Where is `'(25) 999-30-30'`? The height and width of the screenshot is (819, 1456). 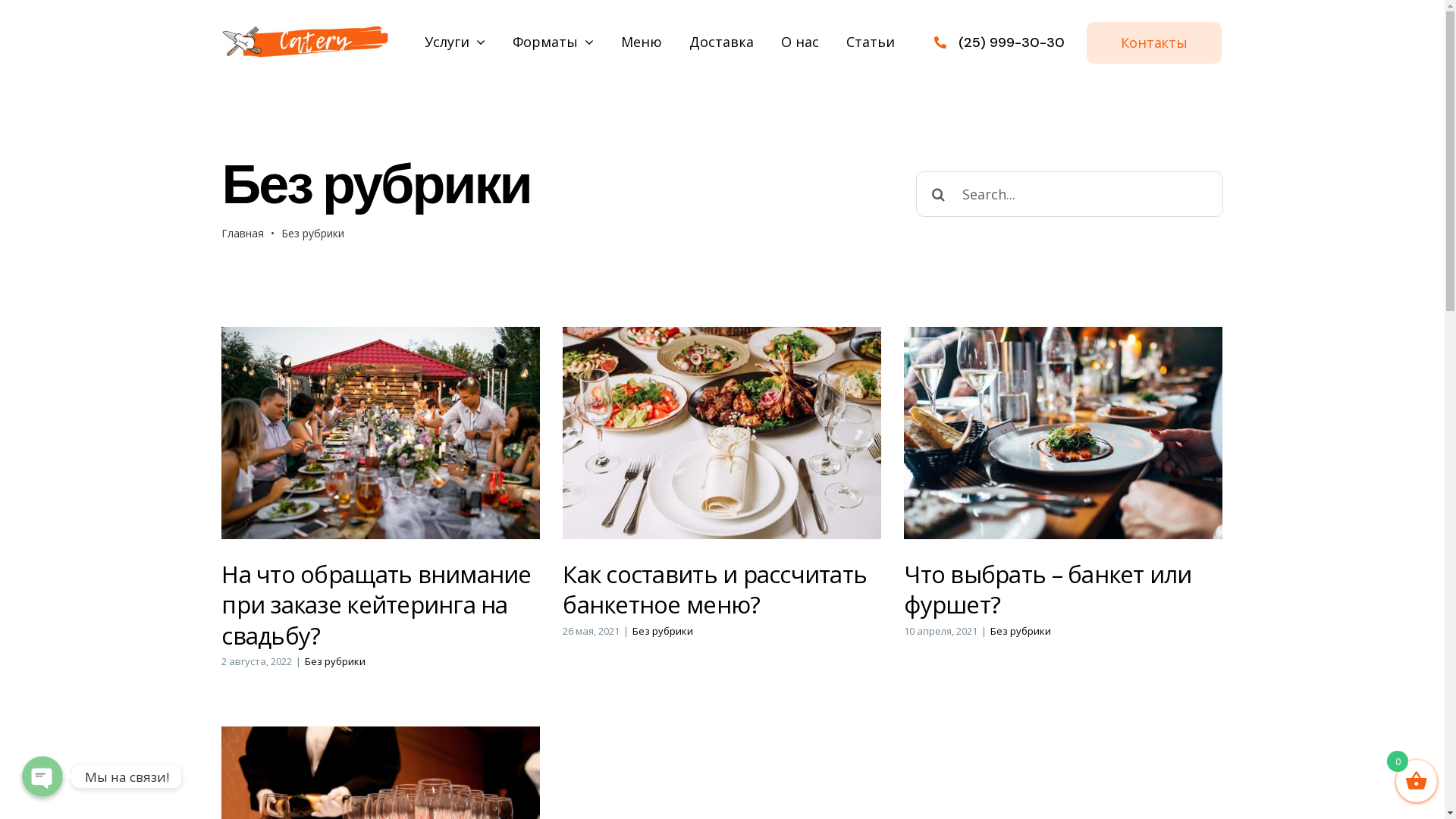 '(25) 999-30-30' is located at coordinates (1012, 42).